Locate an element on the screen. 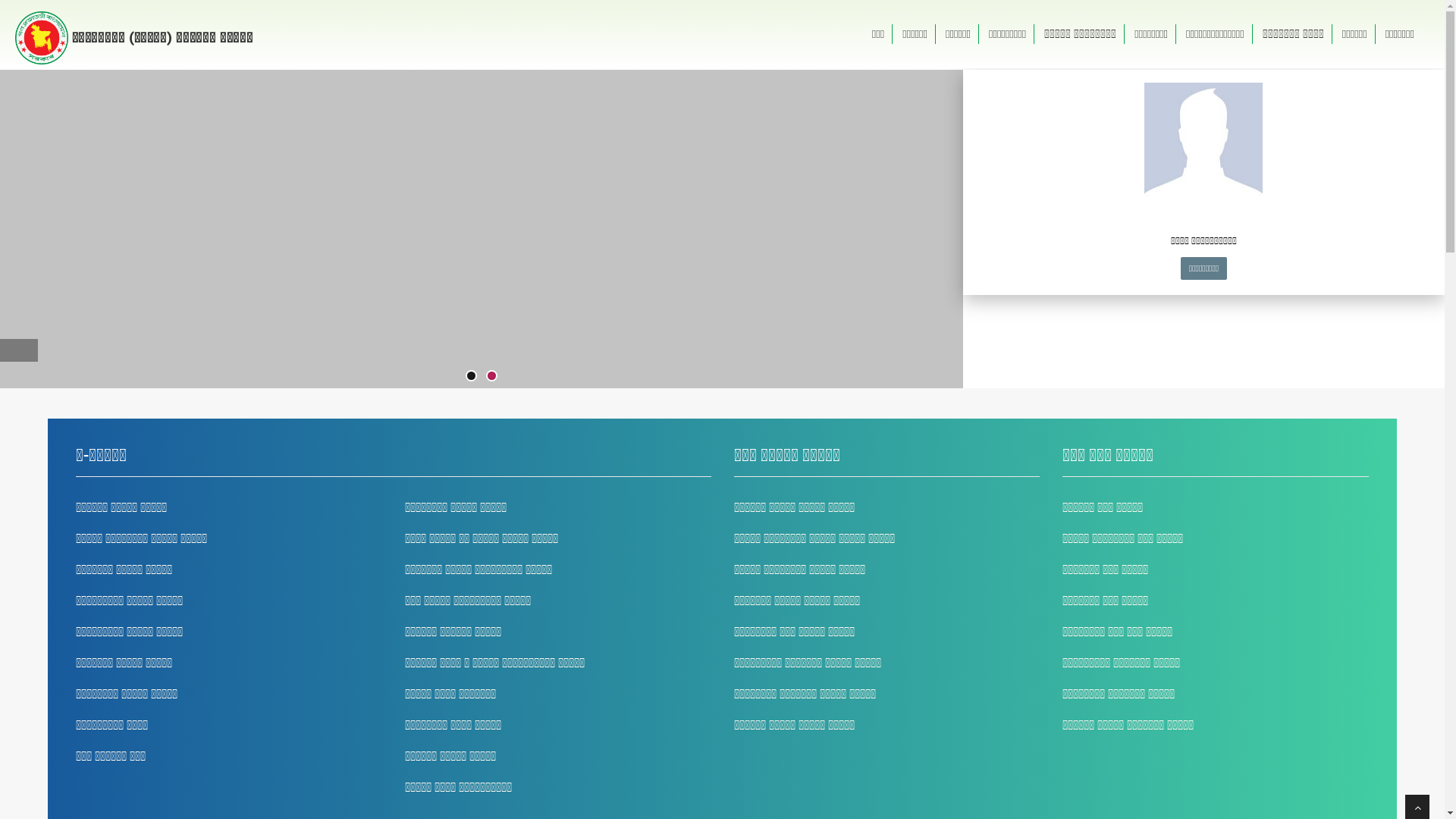  '2' is located at coordinates (488, 375).